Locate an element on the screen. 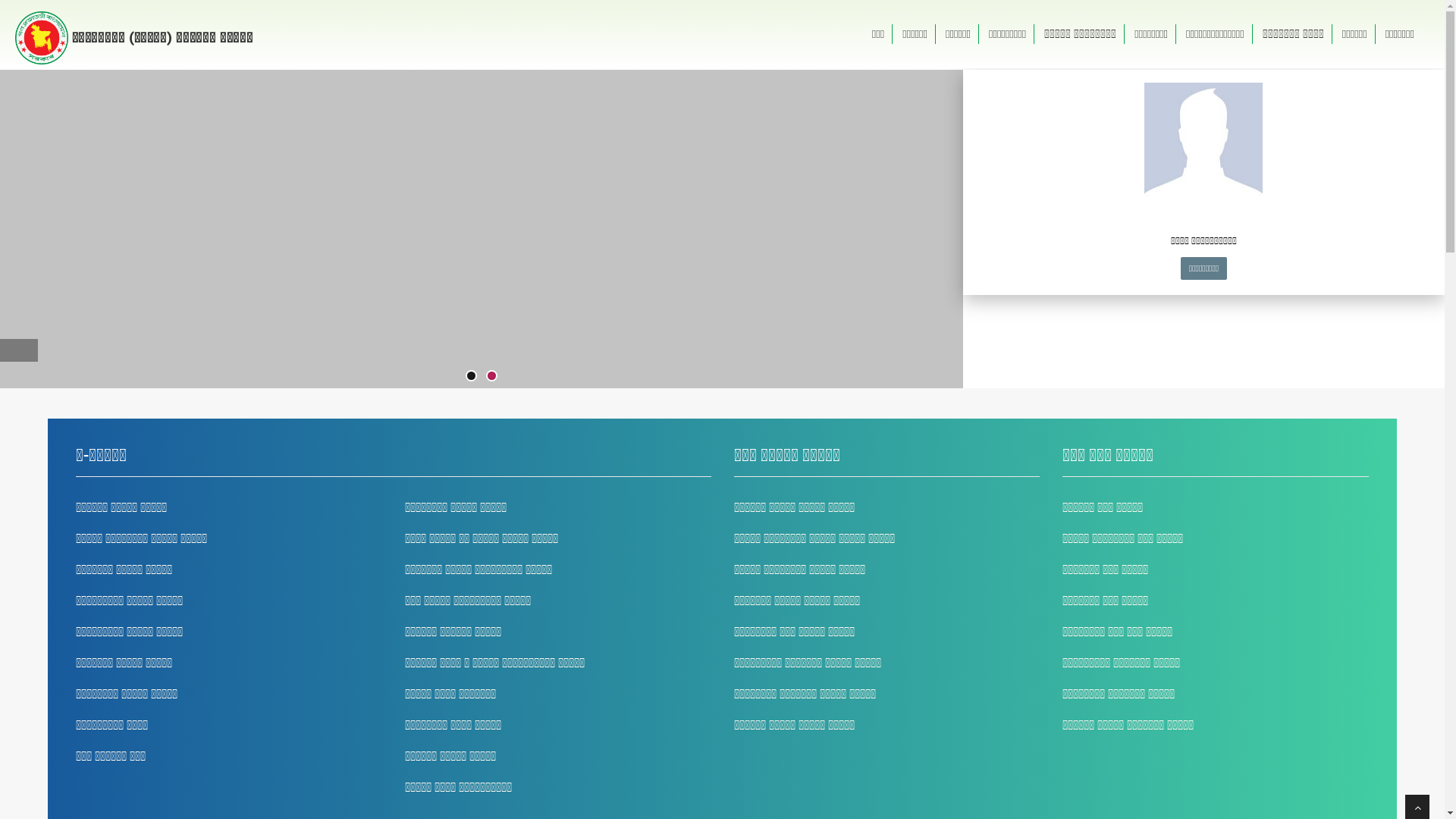  '2' is located at coordinates (488, 375).